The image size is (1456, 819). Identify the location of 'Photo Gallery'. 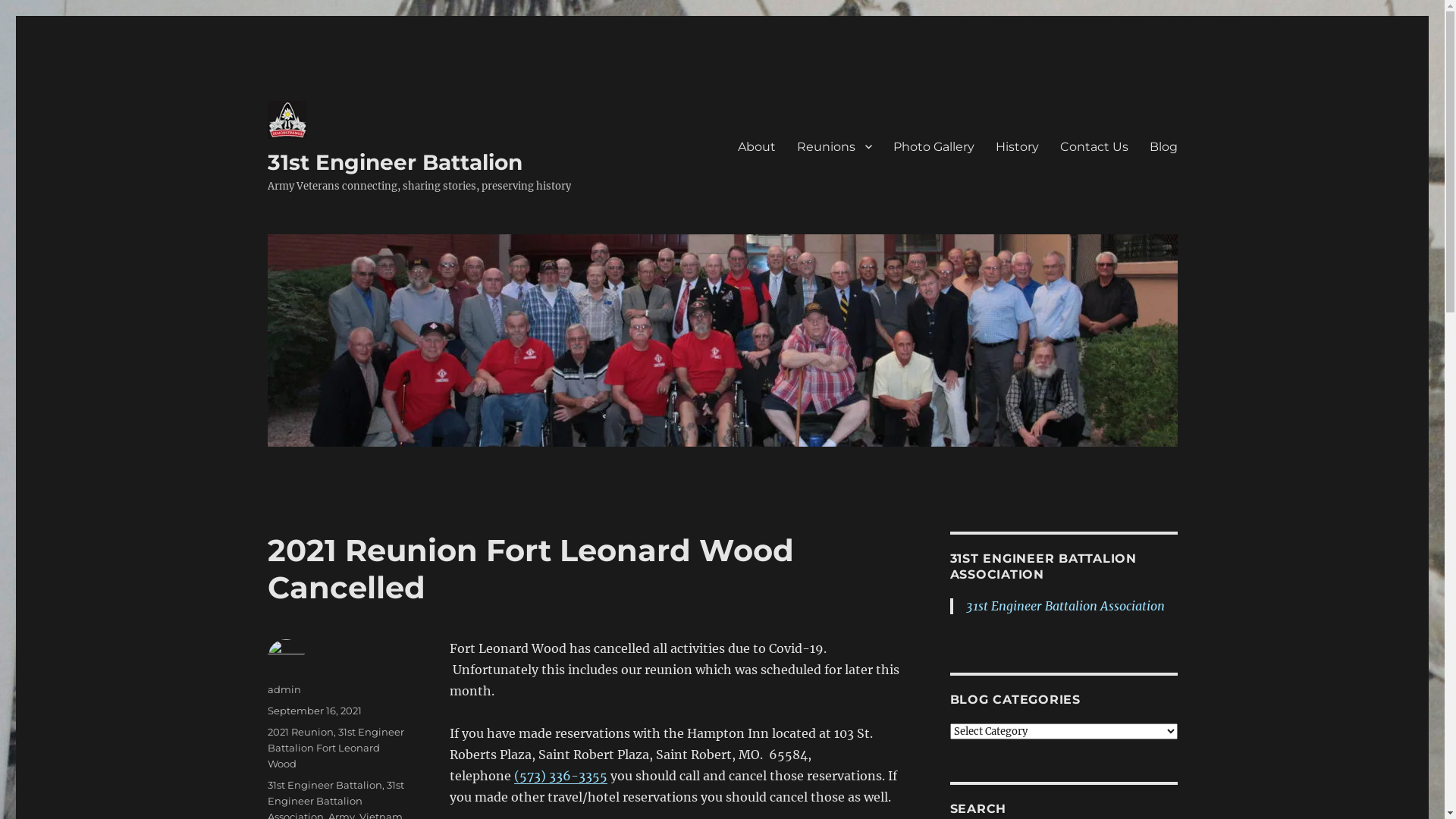
(933, 146).